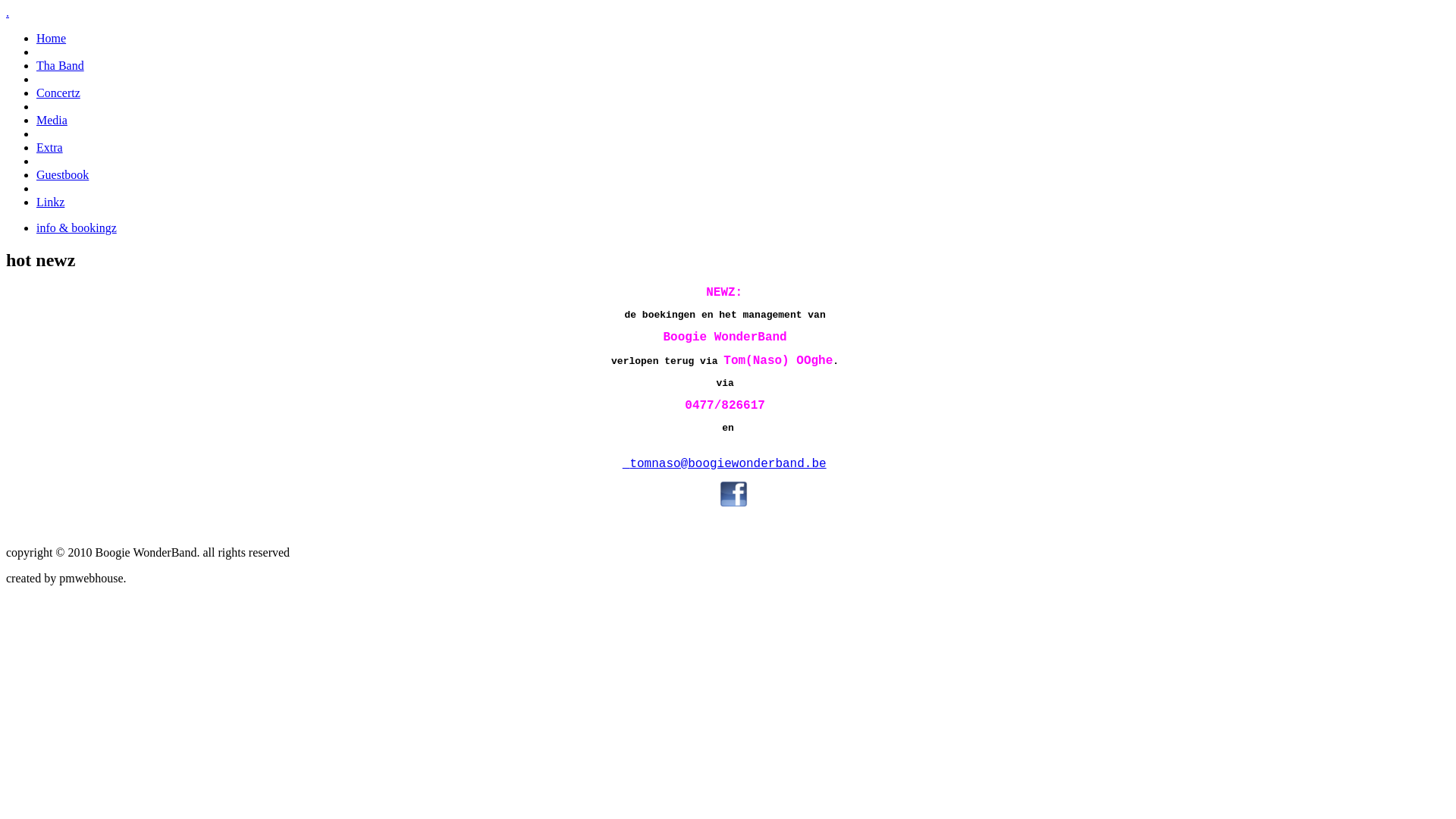 The image size is (1456, 819). Describe the element at coordinates (36, 201) in the screenshot. I see `'Linkz'` at that location.